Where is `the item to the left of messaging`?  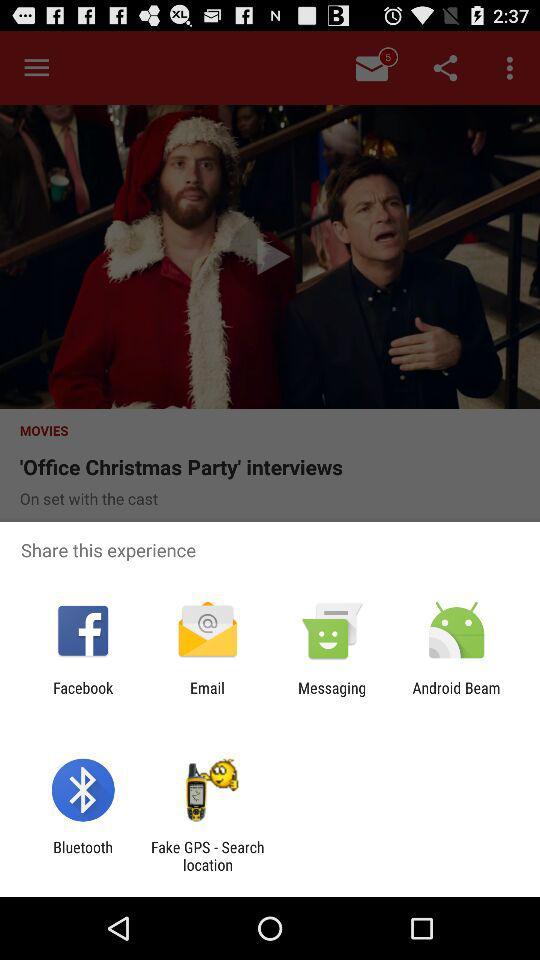 the item to the left of messaging is located at coordinates (206, 696).